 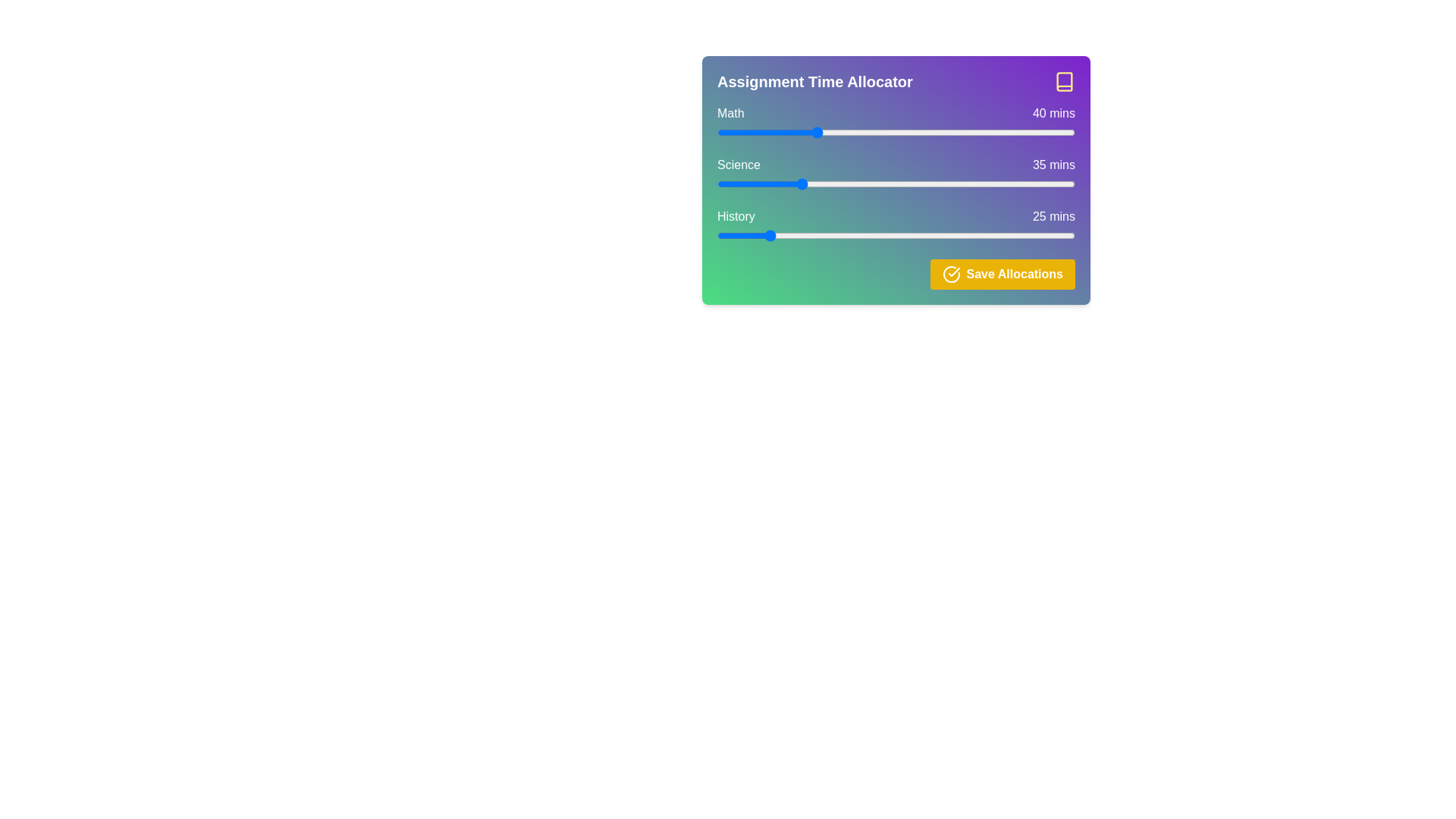 What do you see at coordinates (1045, 236) in the screenshot?
I see `history time allocation` at bounding box center [1045, 236].